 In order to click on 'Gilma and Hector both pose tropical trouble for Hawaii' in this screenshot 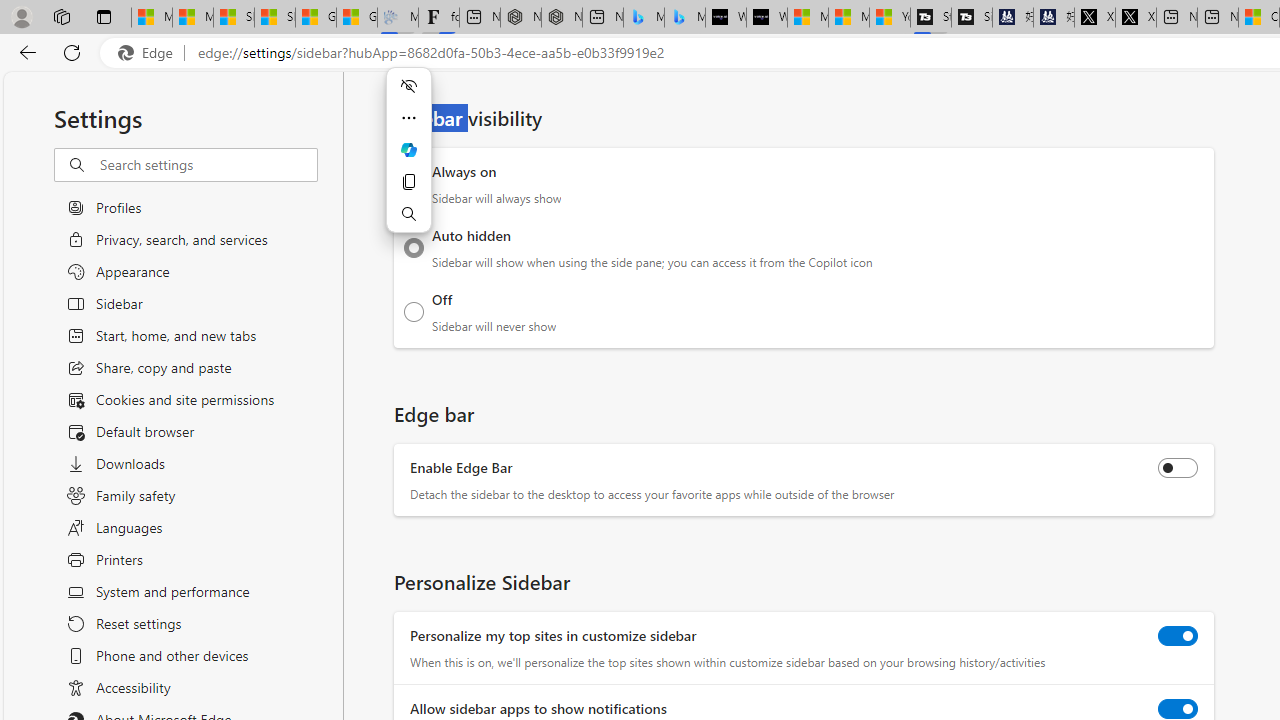, I will do `click(357, 17)`.